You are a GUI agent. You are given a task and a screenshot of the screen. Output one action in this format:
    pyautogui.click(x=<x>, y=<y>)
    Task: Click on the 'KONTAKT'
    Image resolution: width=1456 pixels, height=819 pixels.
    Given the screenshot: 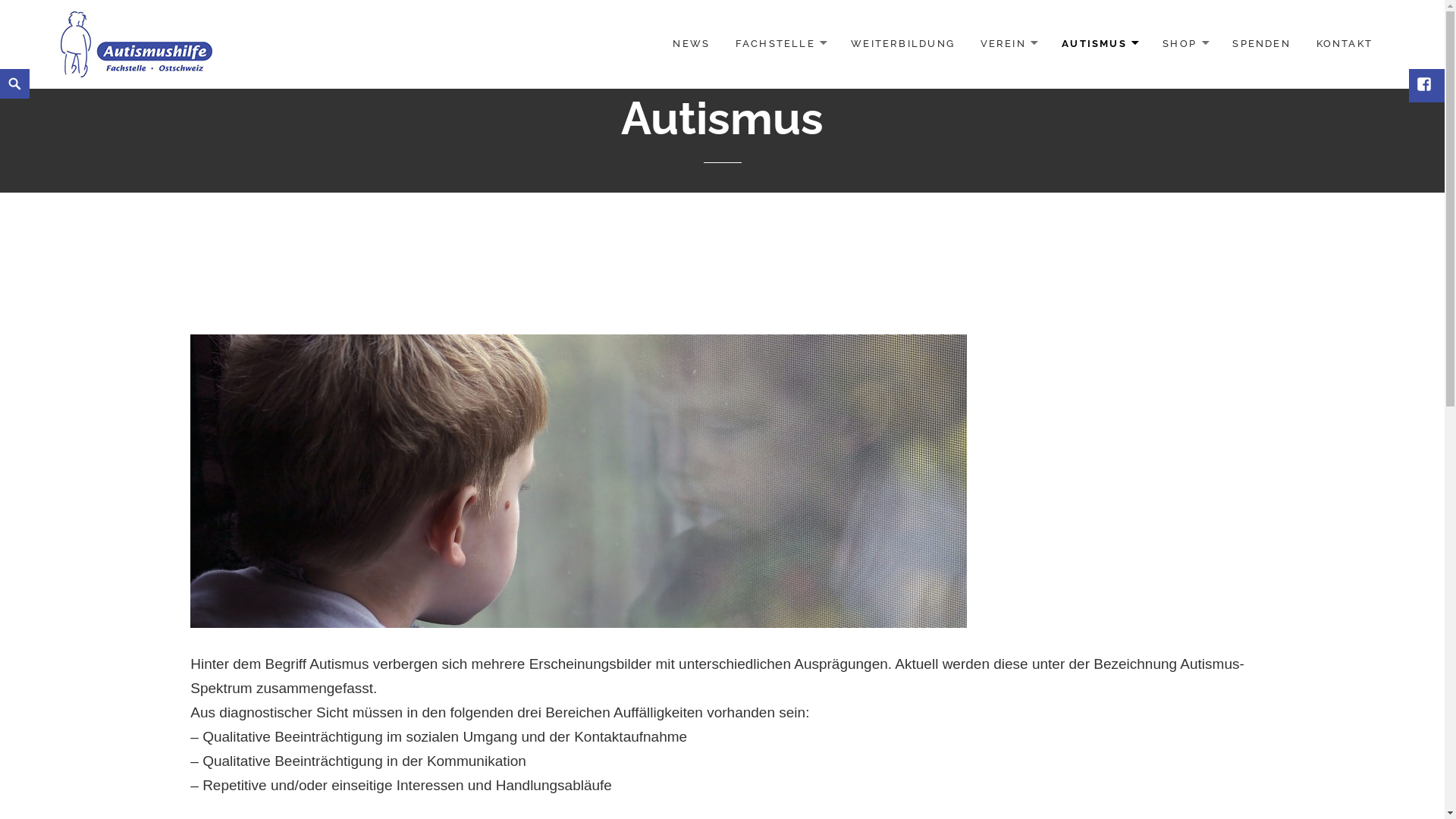 What is the action you would take?
    pyautogui.click(x=1344, y=42)
    